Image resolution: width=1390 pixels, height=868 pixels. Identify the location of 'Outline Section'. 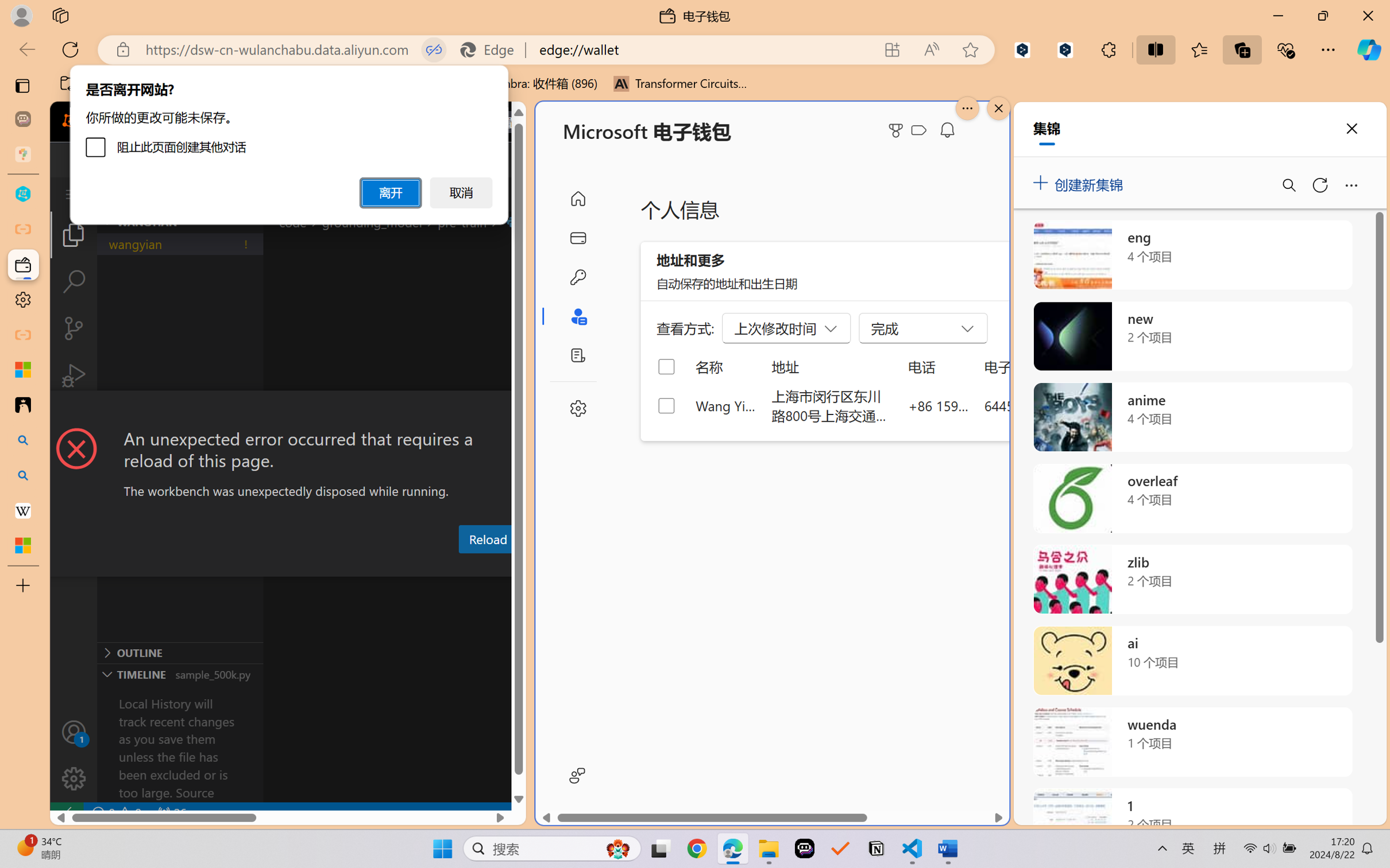
(180, 652).